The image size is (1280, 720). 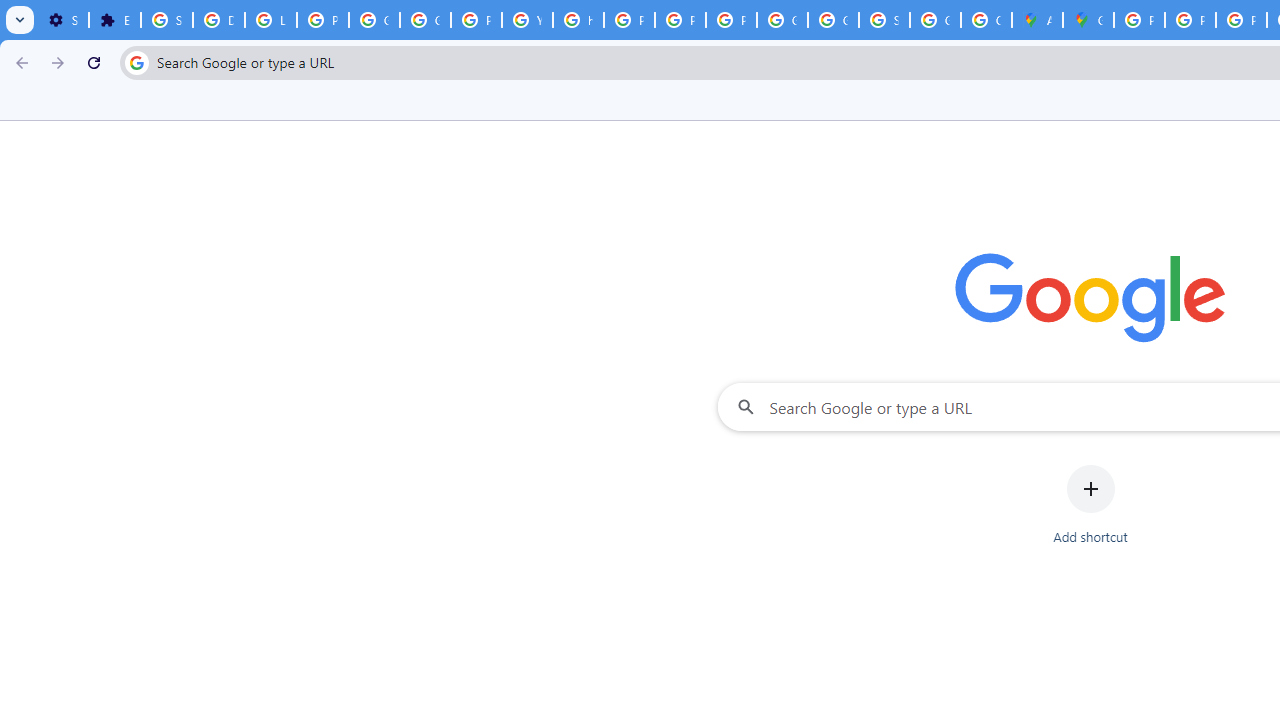 What do you see at coordinates (1087, 20) in the screenshot?
I see `'Google Maps'` at bounding box center [1087, 20].